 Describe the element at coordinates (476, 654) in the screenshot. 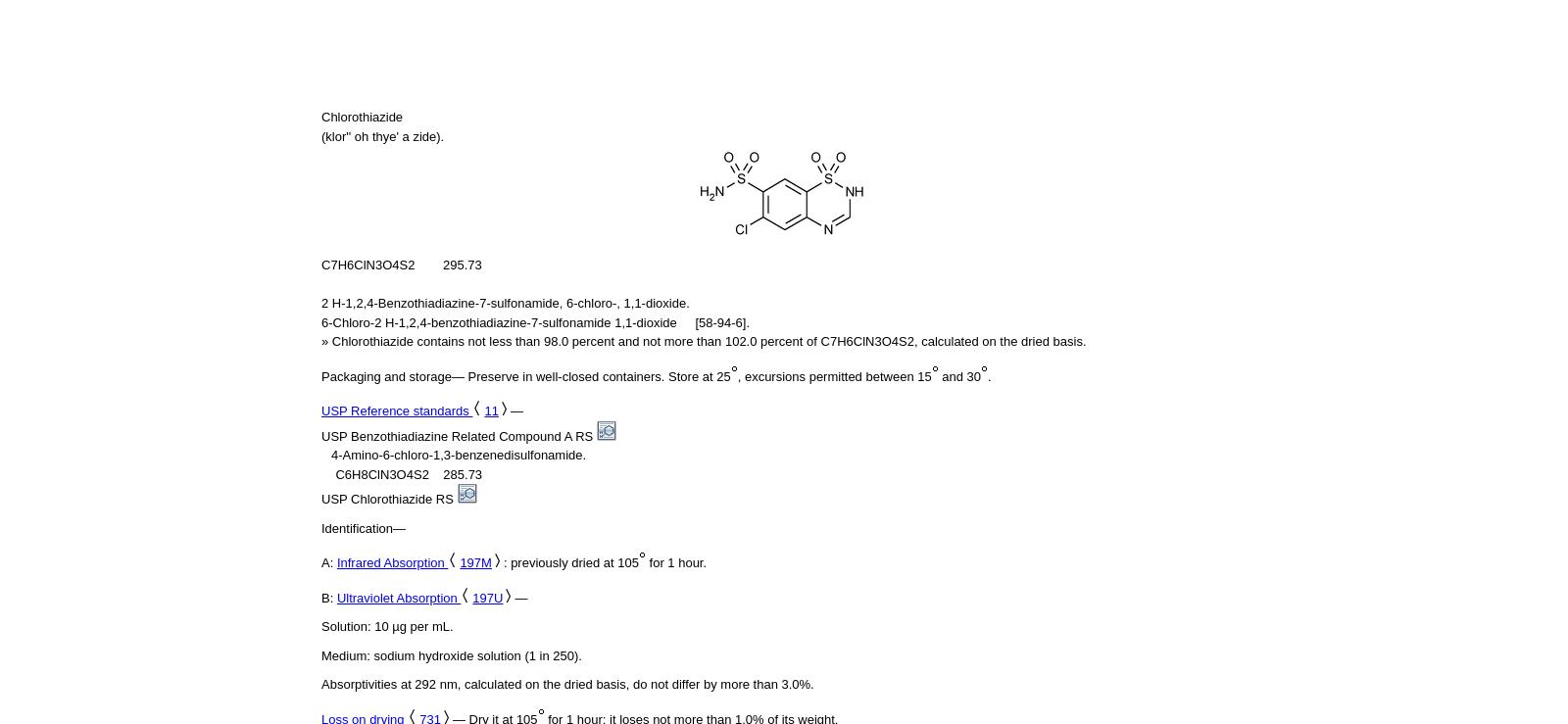

I see `'sodium hydroxide solution (1 in 250).'` at that location.